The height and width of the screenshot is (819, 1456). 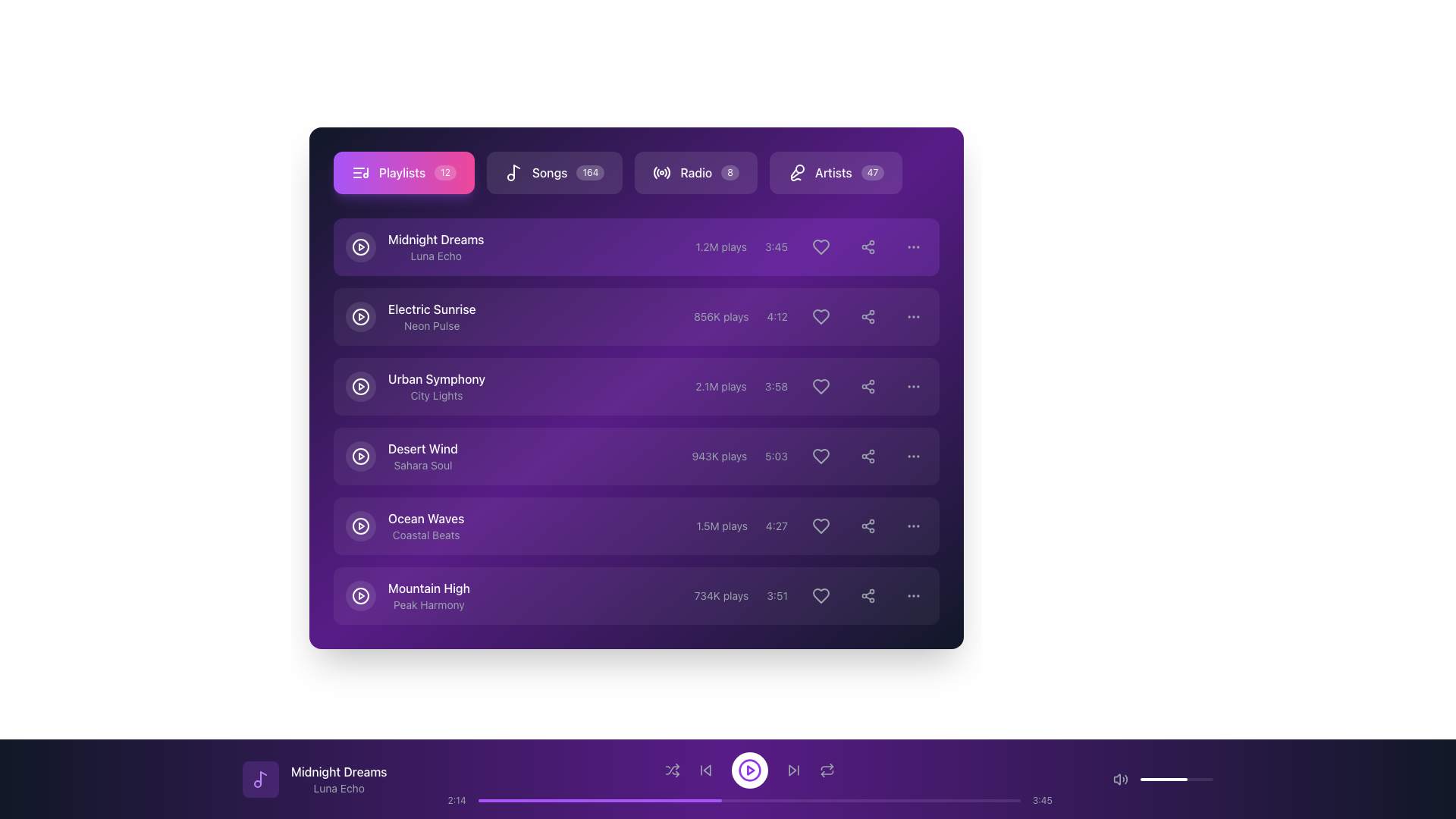 What do you see at coordinates (672, 770) in the screenshot?
I see `the Icon button located at the bottom left of the interface` at bounding box center [672, 770].